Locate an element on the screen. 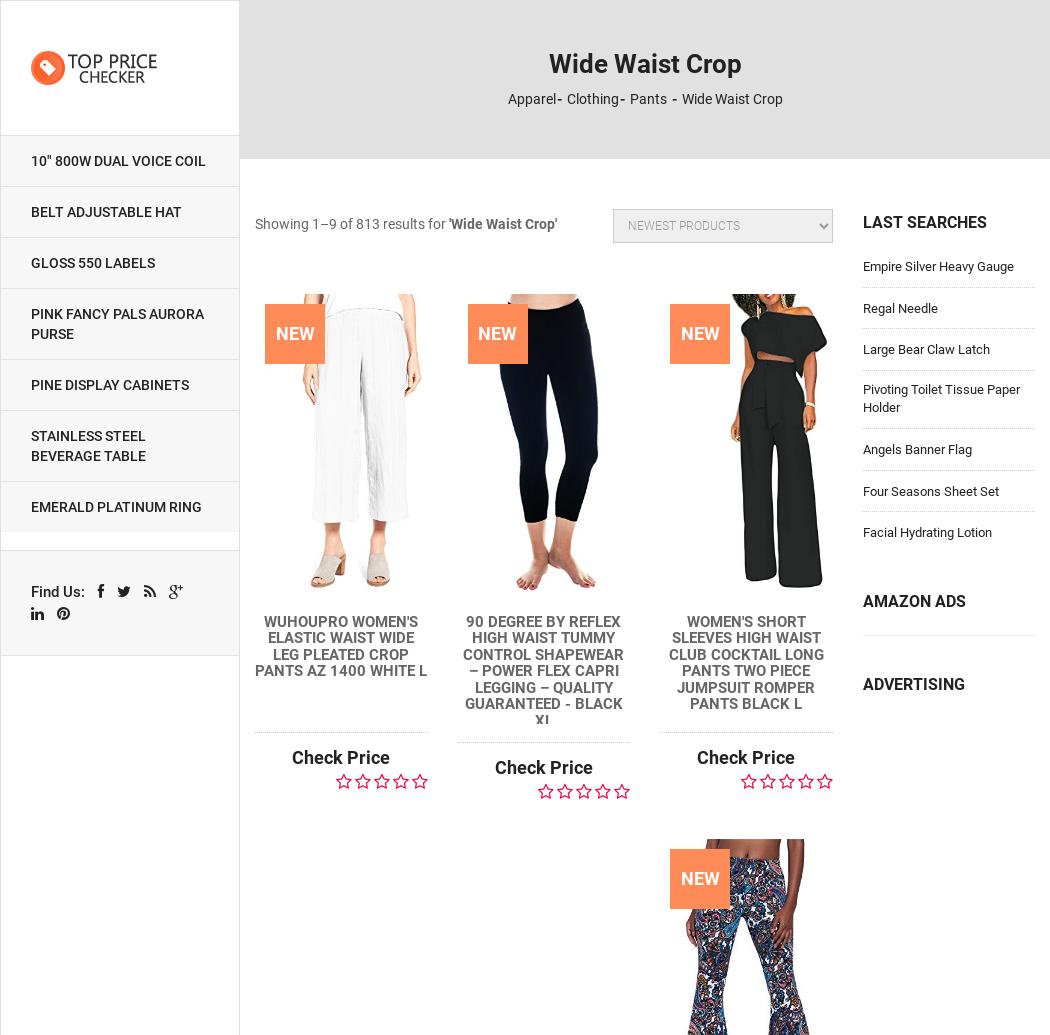 Image resolution: width=1050 pixels, height=1035 pixels. 'Facial Hydrating Lotion' is located at coordinates (926, 531).